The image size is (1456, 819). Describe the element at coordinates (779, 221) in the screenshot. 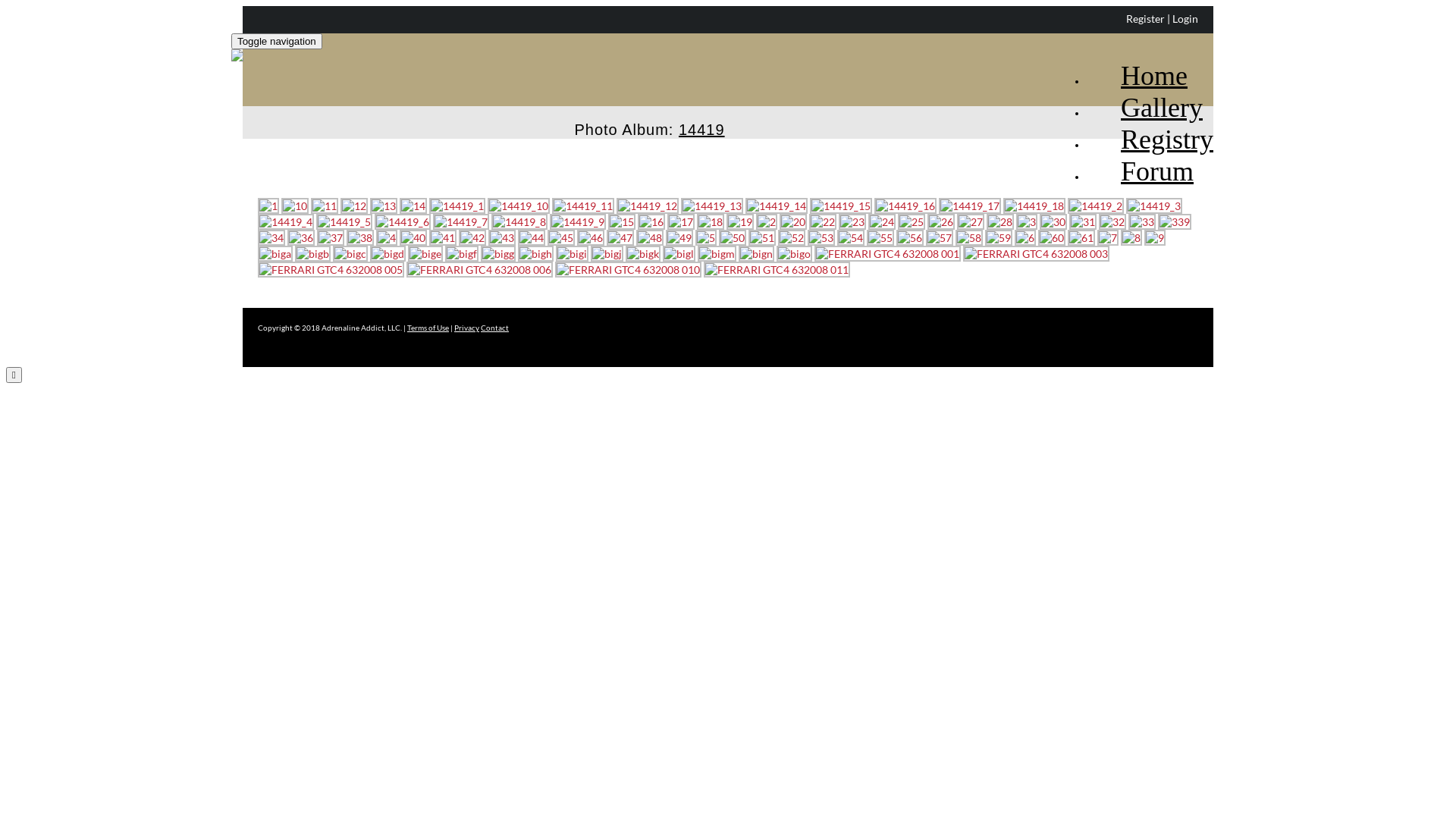

I see `'20 (click to enlarge)'` at that location.